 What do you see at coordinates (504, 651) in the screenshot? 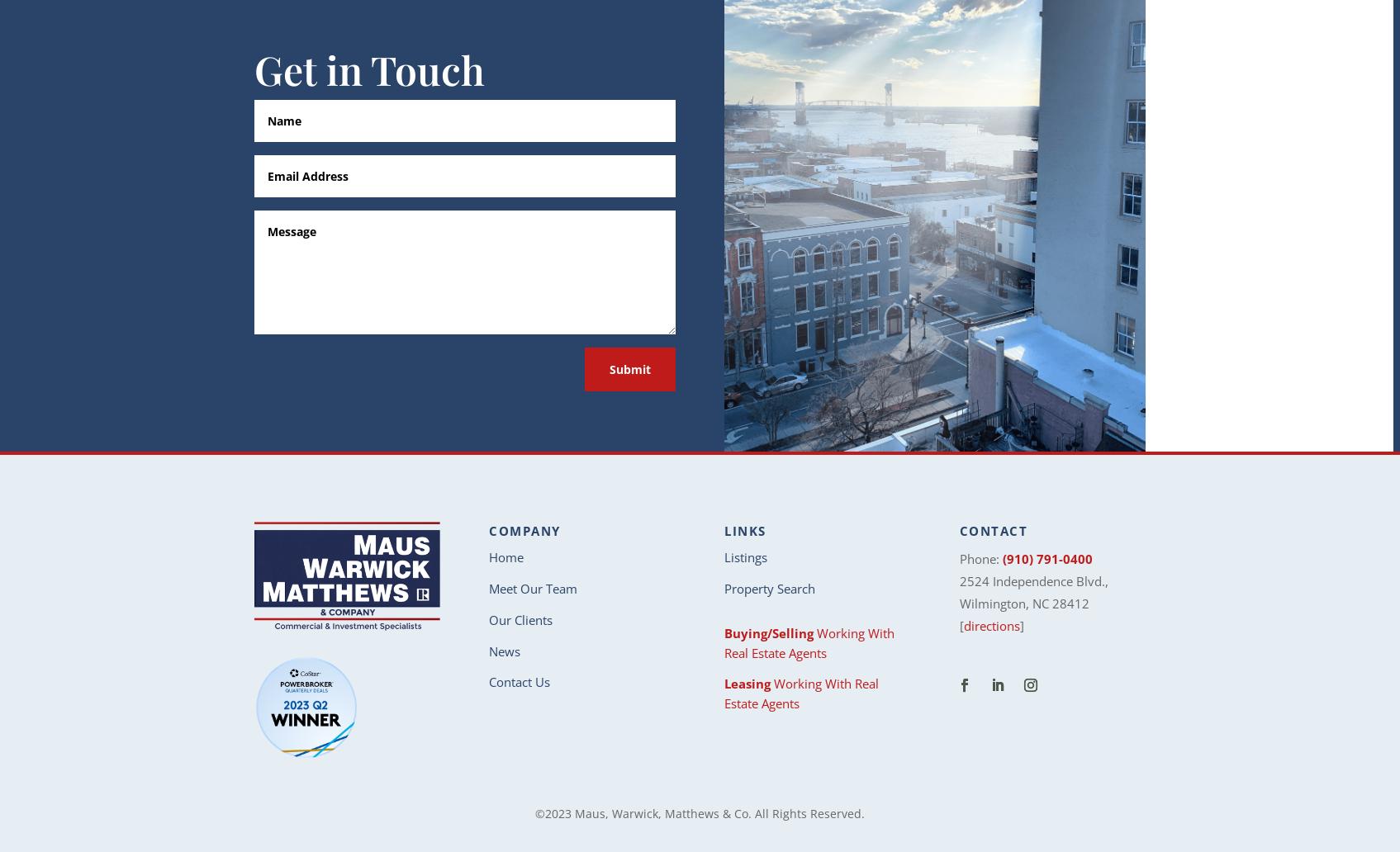
I see `'News'` at bounding box center [504, 651].